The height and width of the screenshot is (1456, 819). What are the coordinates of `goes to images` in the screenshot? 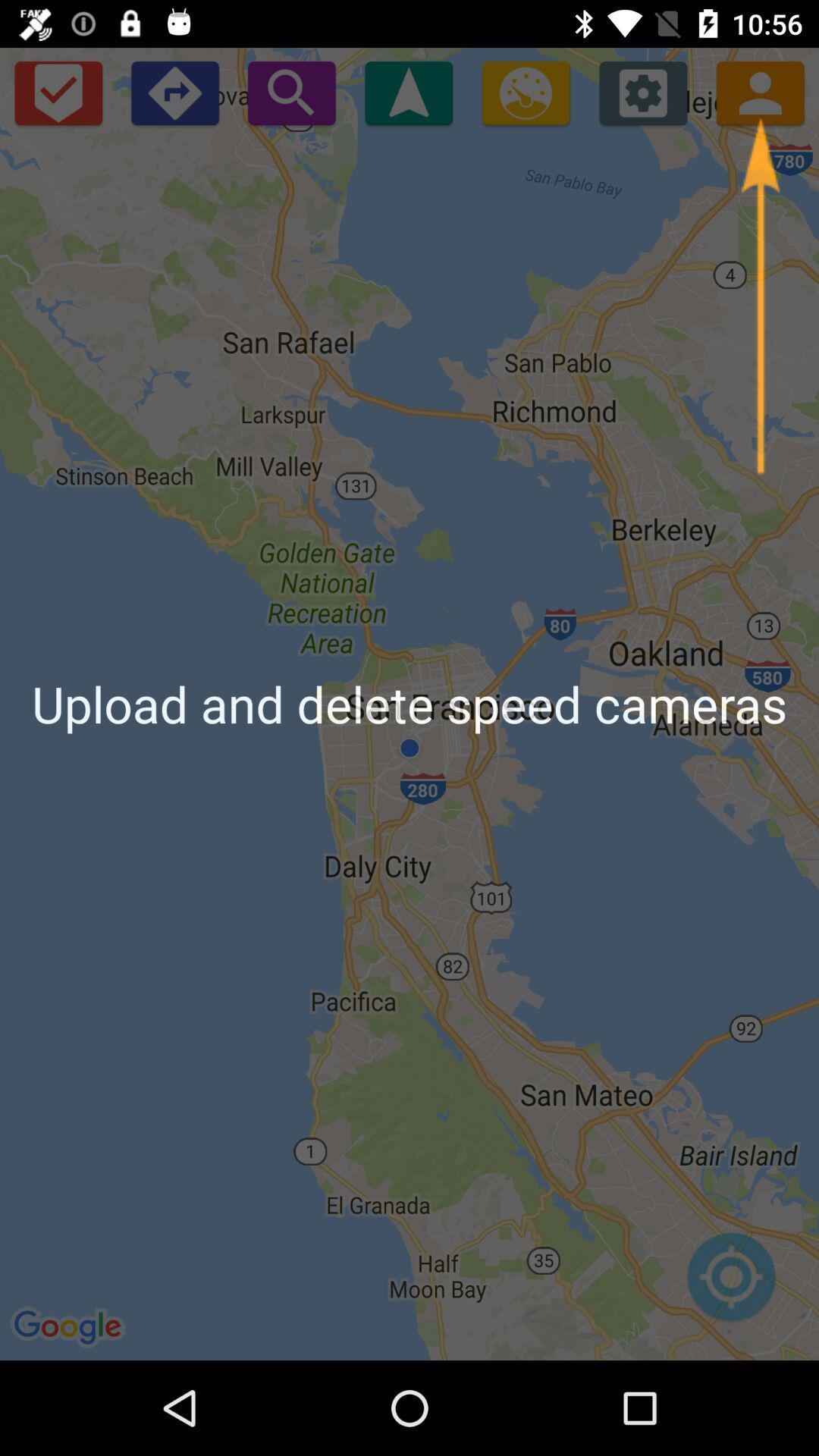 It's located at (525, 92).